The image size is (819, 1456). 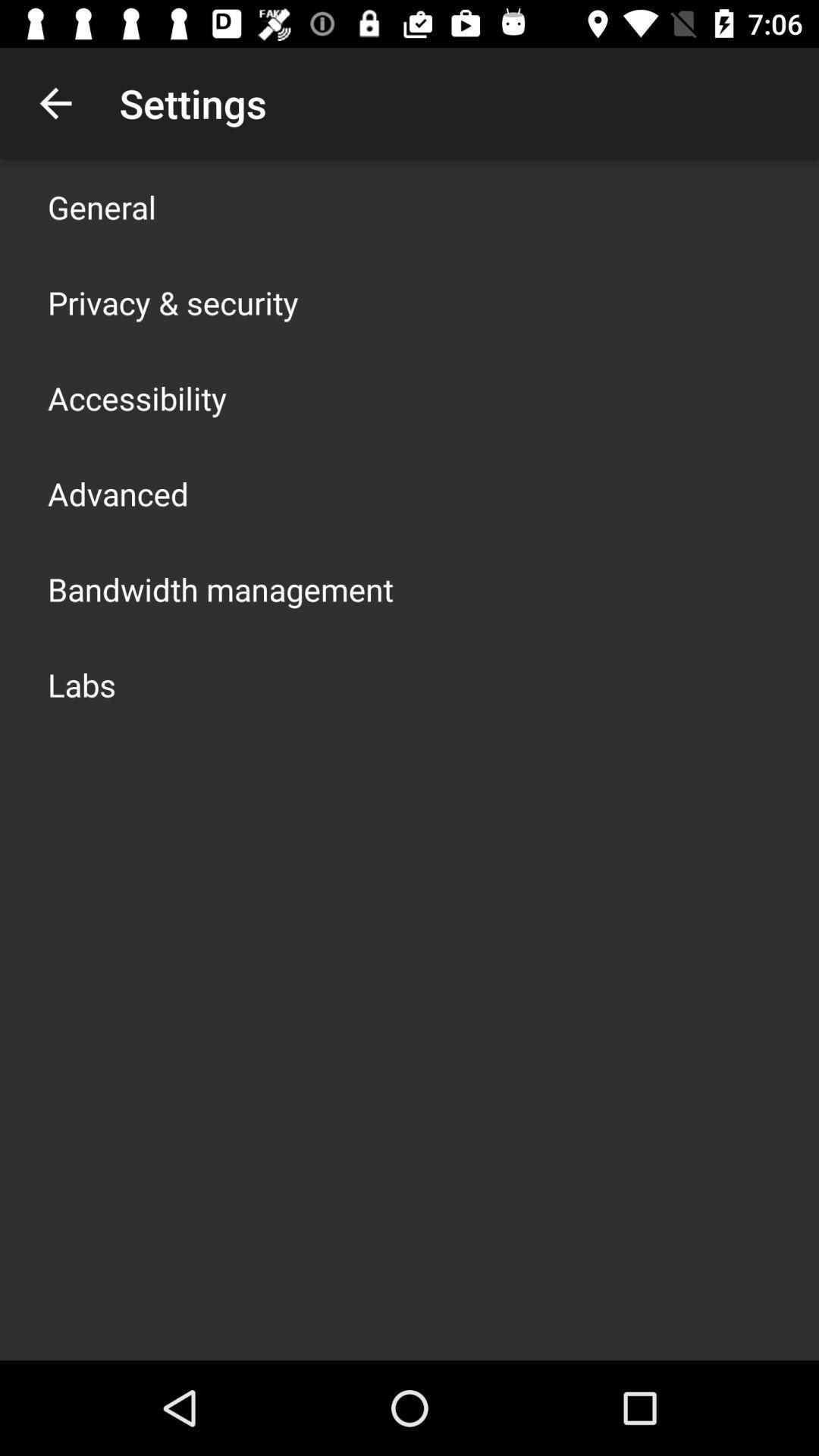 I want to click on the item above accessibility item, so click(x=172, y=302).